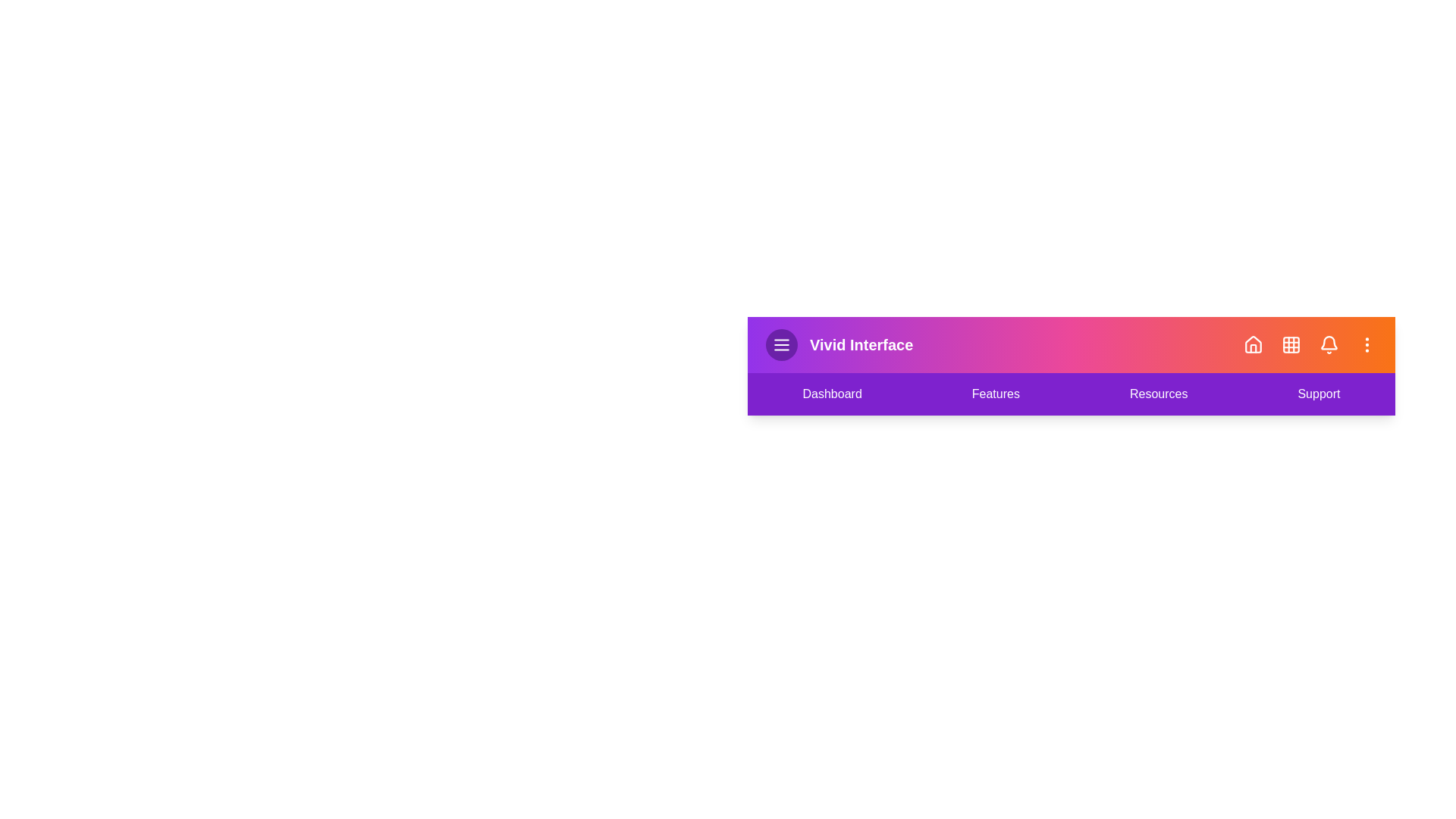 The image size is (1456, 819). I want to click on the menu icon to toggle the menu visibility, so click(782, 345).